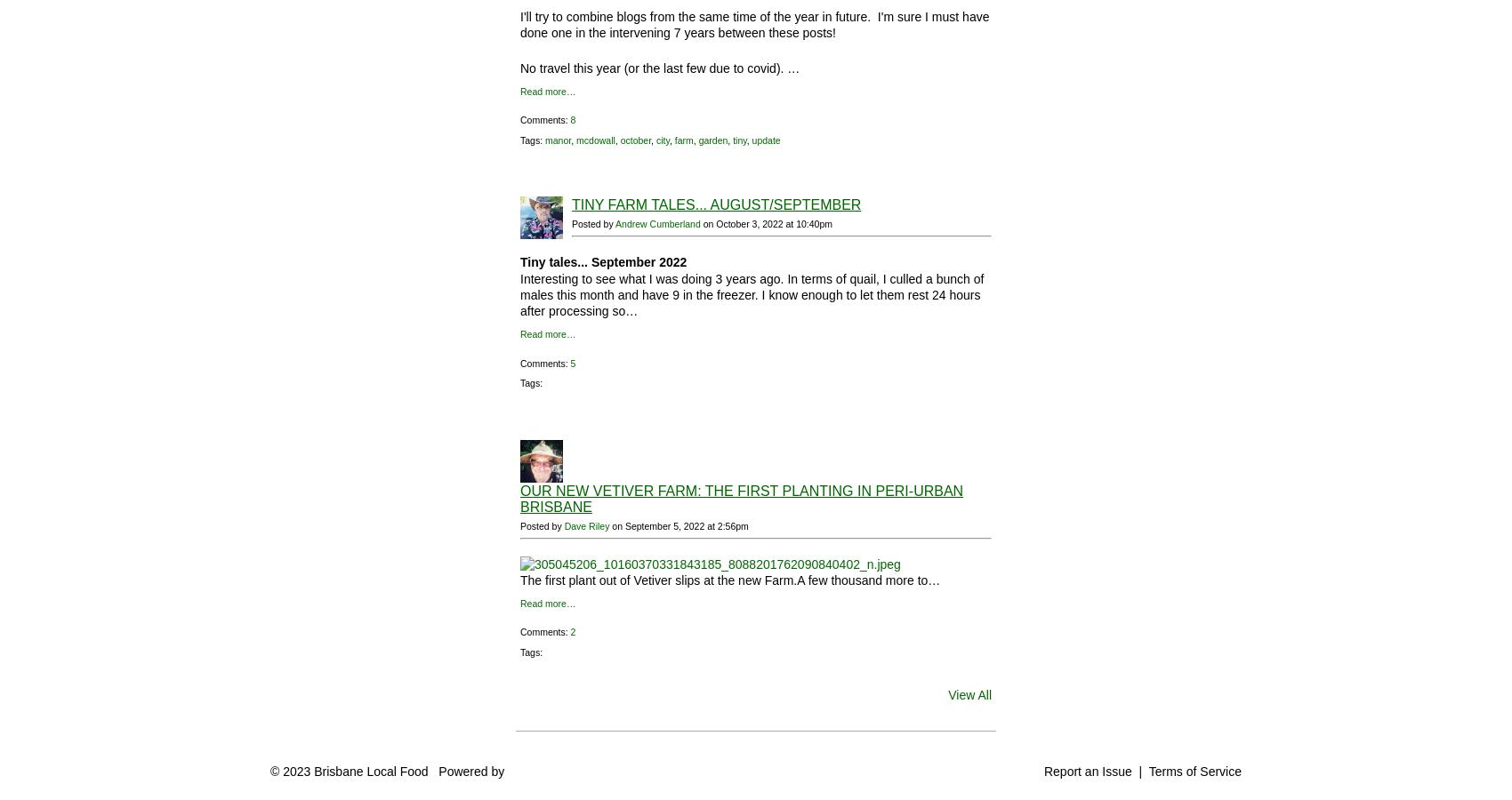 The height and width of the screenshot is (800, 1512). I want to click on 'I'll try to combine blogs from the same time of the year in future.  I'm sure I must have done one in the intervening 7 years between these posts!', so click(519, 23).